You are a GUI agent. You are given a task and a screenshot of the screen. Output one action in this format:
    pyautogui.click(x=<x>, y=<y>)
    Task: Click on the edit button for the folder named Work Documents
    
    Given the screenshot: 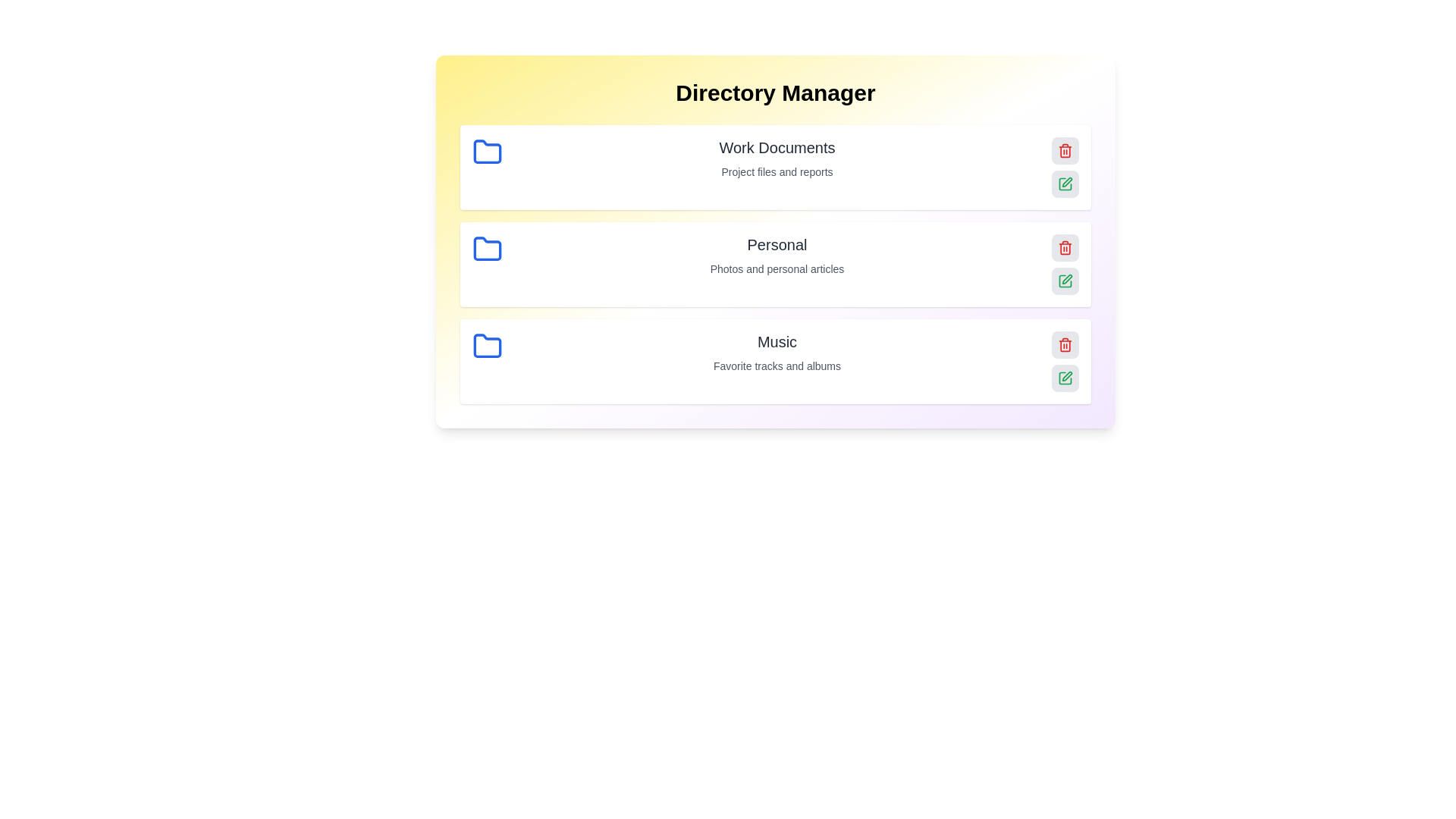 What is the action you would take?
    pyautogui.click(x=1065, y=184)
    